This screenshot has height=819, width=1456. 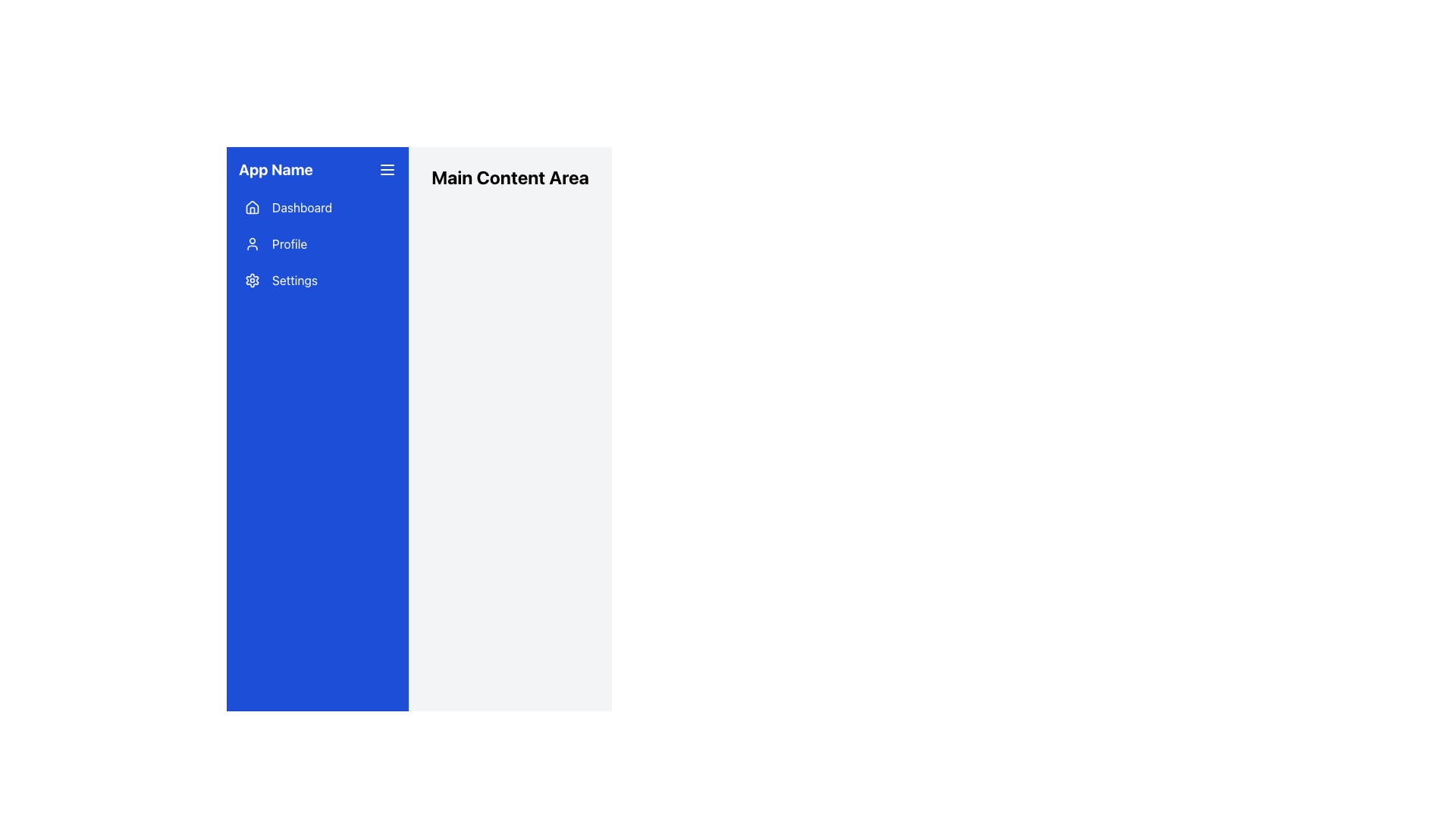 I want to click on the 'Profile' icon in the sidebar menu, which is the first visual element above the textual label 'Profile', so click(x=252, y=243).